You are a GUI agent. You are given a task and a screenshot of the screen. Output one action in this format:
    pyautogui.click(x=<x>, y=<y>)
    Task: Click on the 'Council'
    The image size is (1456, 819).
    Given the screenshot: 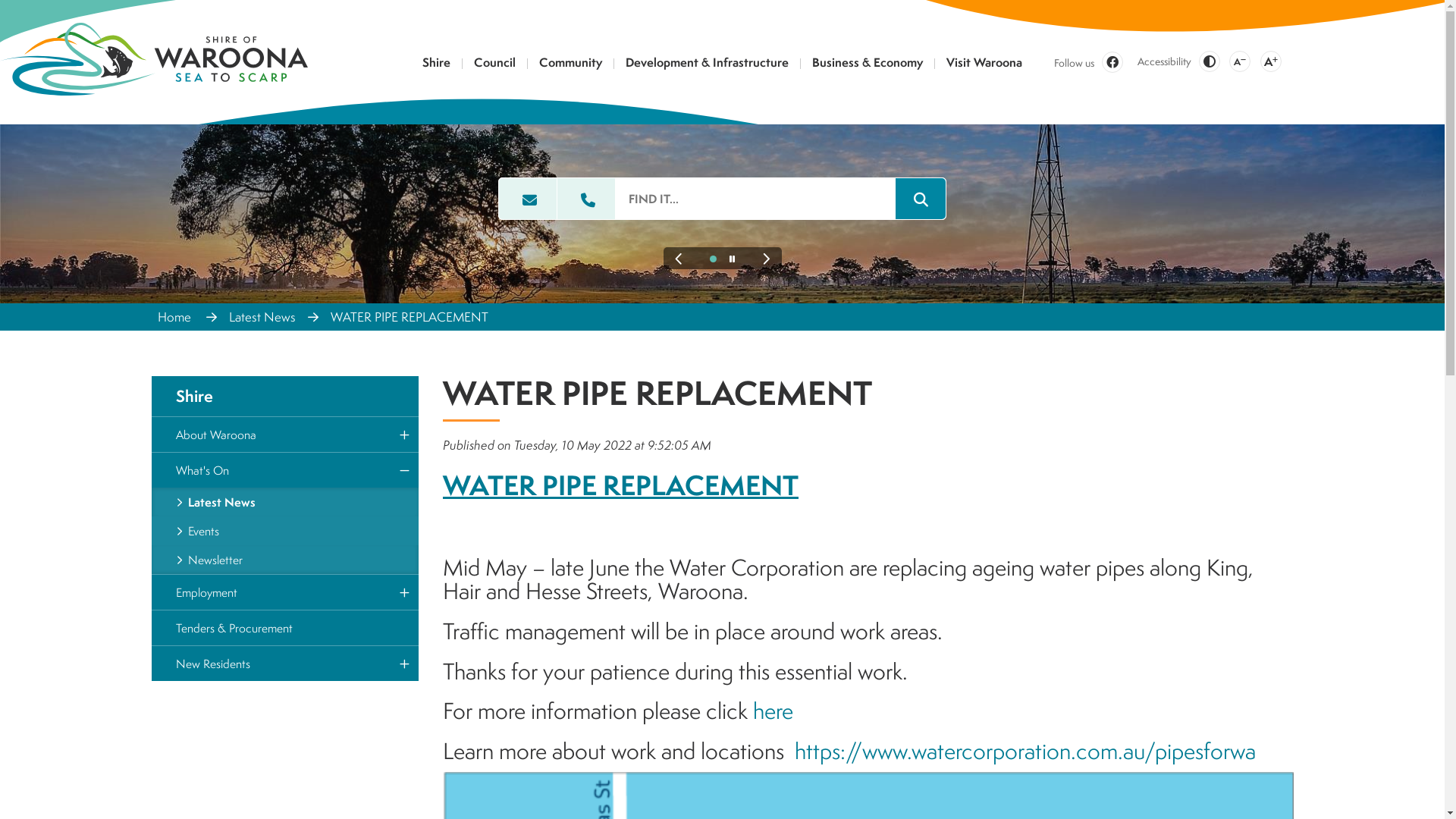 What is the action you would take?
    pyautogui.click(x=494, y=66)
    